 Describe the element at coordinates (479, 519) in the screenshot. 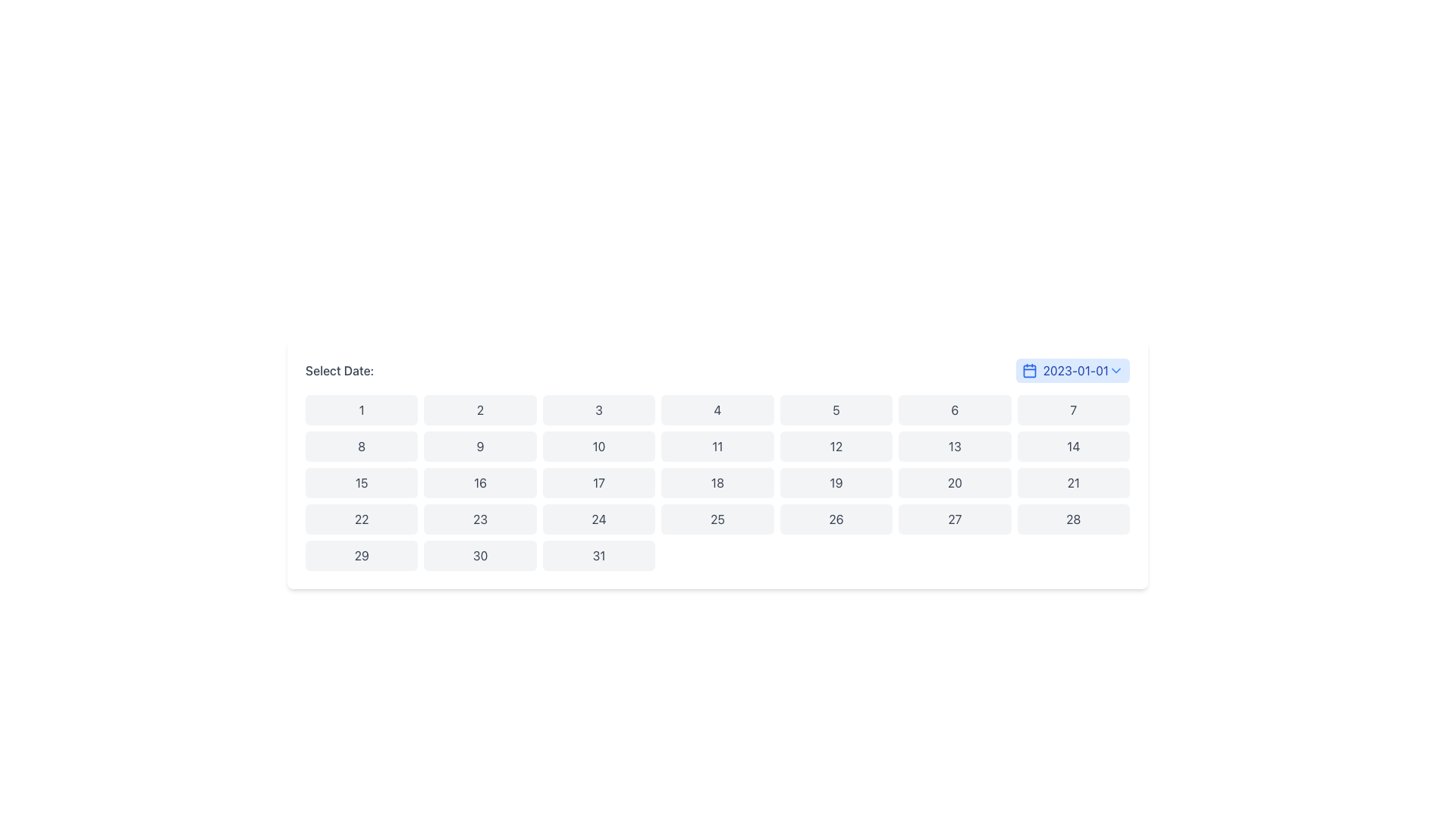

I see `the rectangular button with a light gray background and the number '23' centered in black text` at that location.